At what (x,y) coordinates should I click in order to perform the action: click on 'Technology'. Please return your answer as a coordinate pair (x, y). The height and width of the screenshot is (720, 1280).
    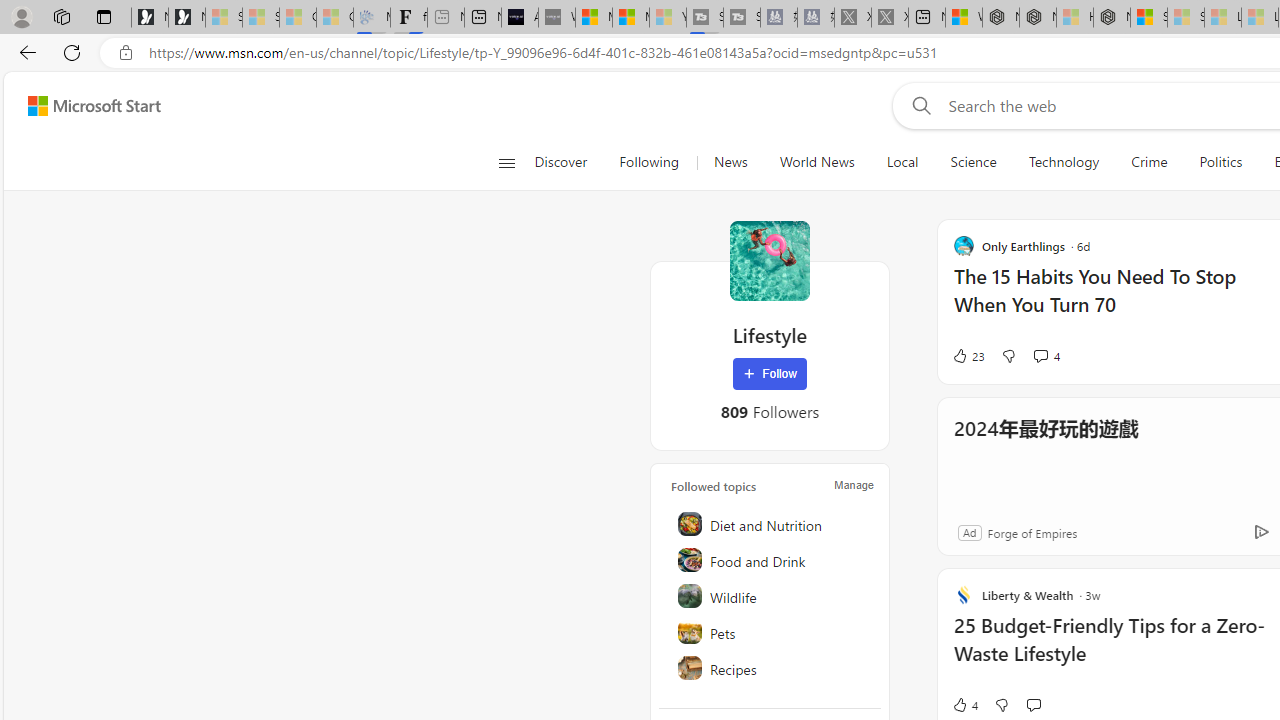
    Looking at the image, I should click on (1062, 162).